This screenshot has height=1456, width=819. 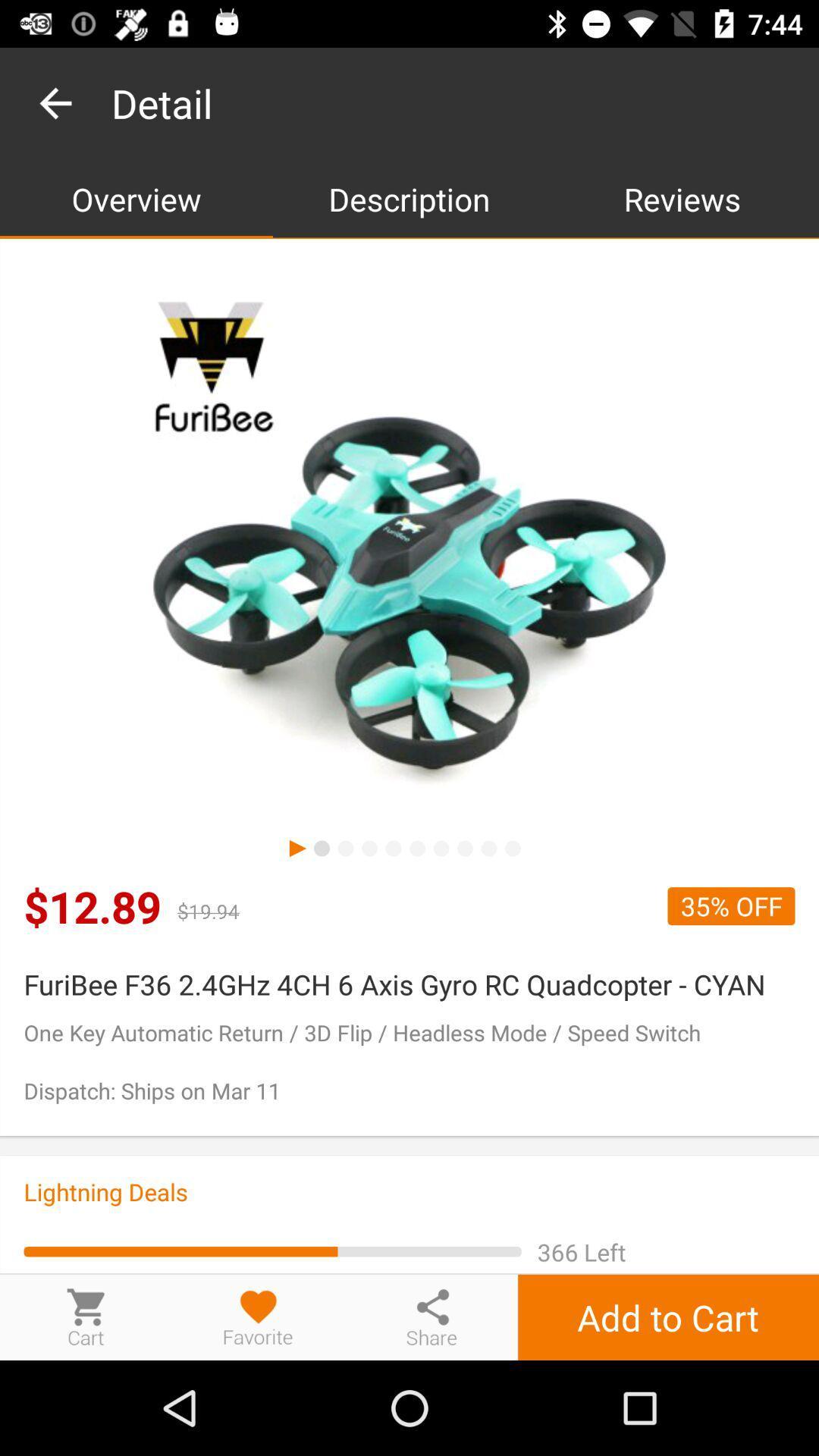 I want to click on share, so click(x=431, y=1316).